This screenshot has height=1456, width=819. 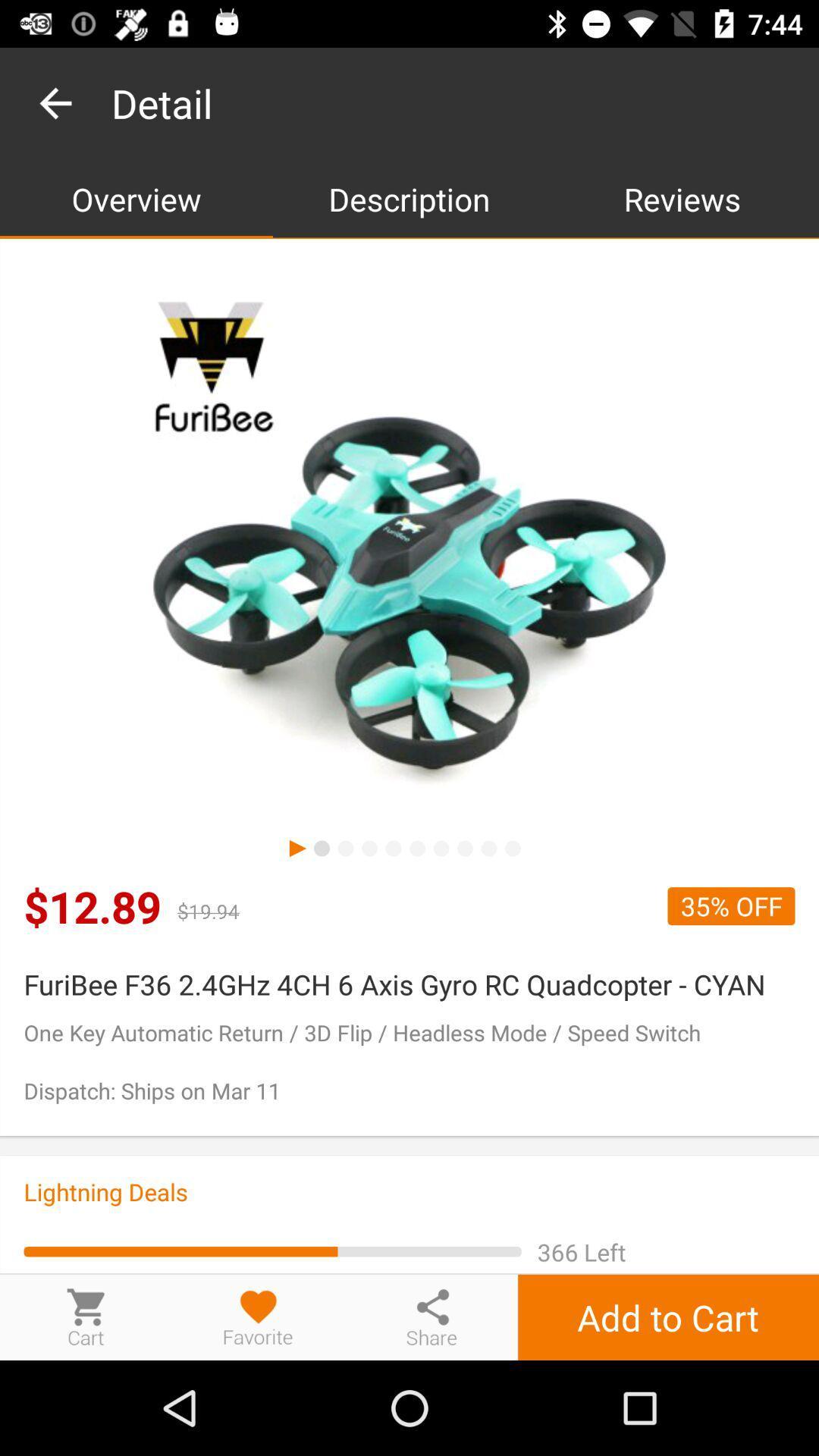 I want to click on share, so click(x=431, y=1316).